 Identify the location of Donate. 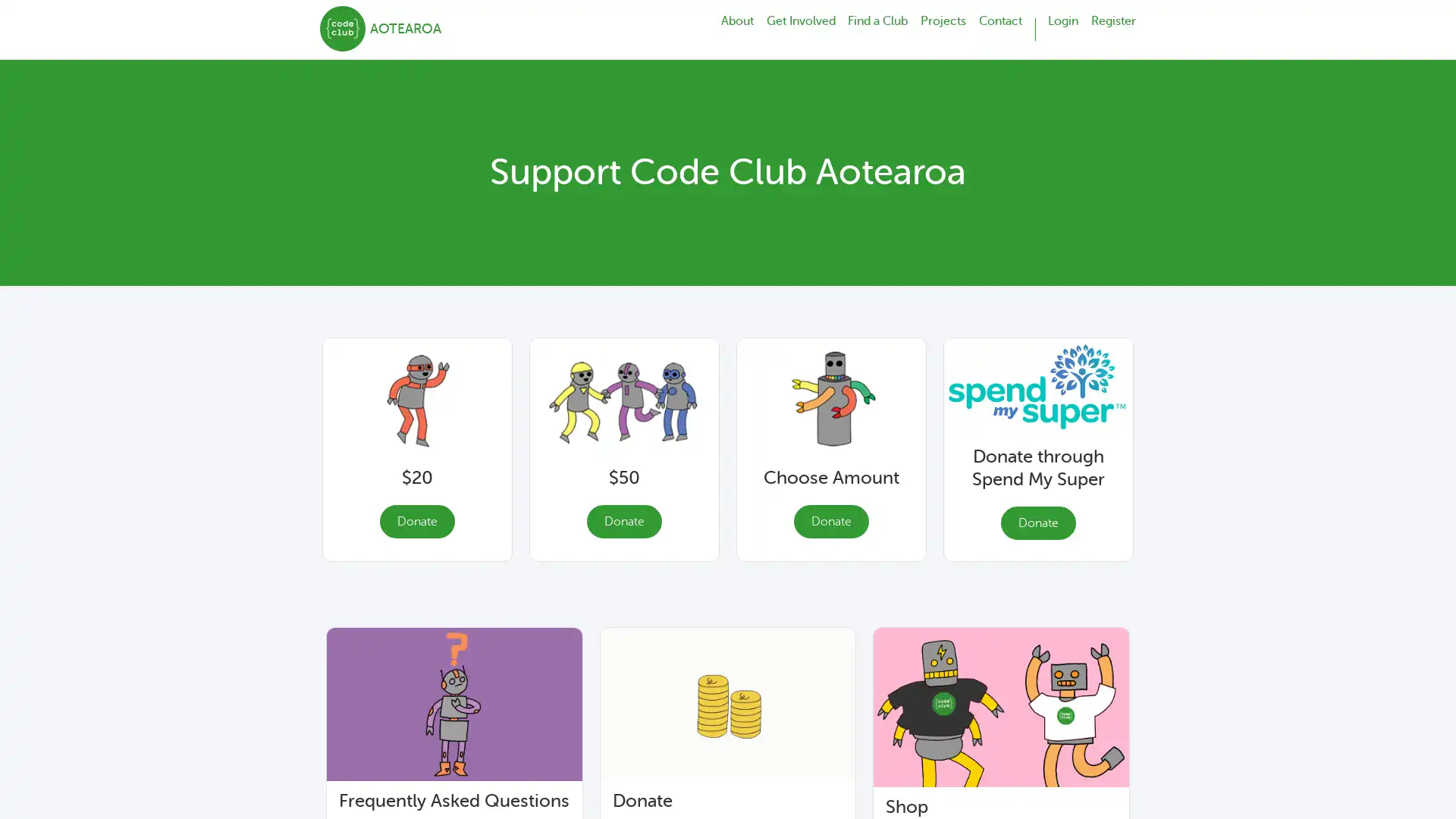
(416, 520).